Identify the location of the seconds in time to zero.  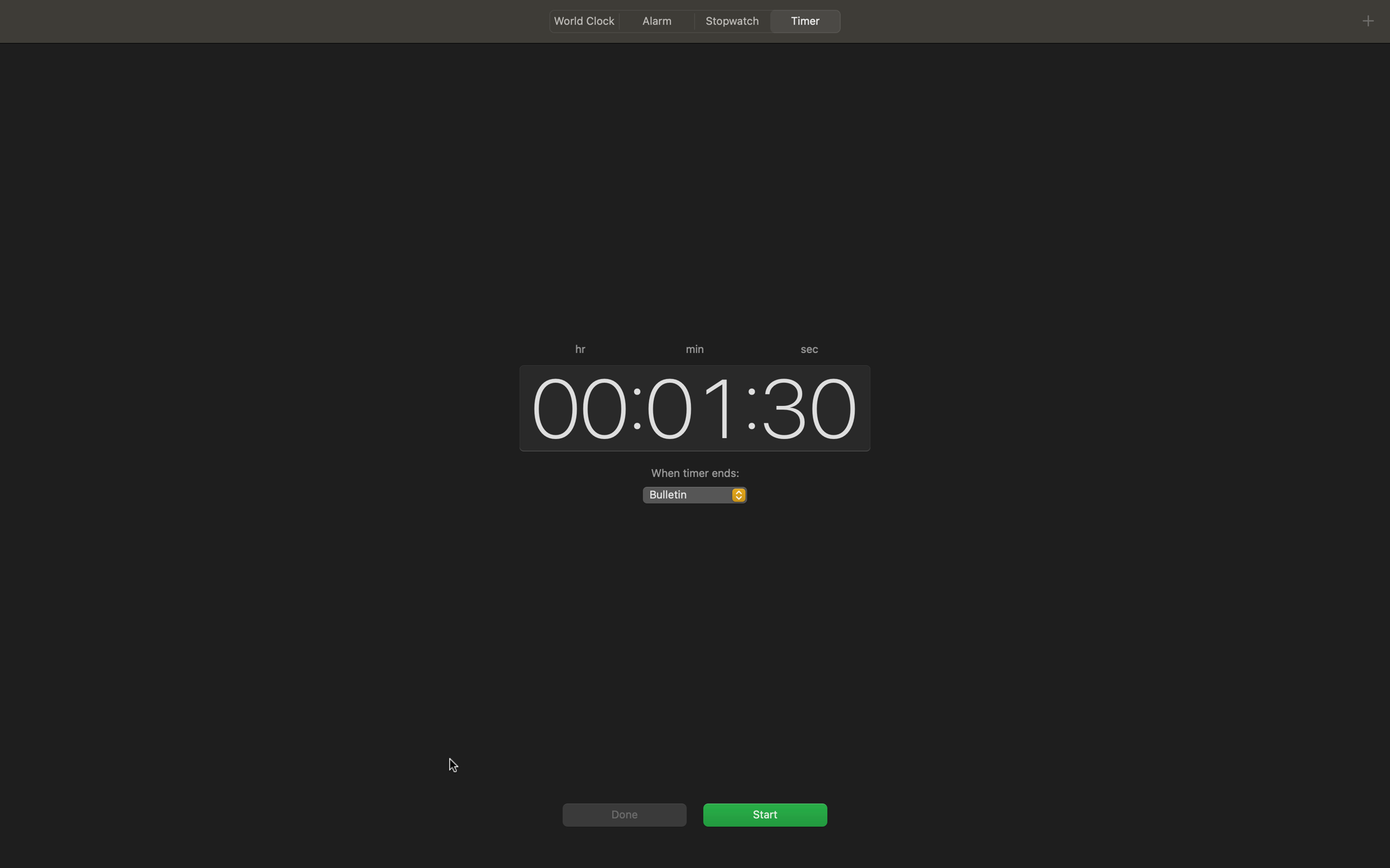
(810, 405).